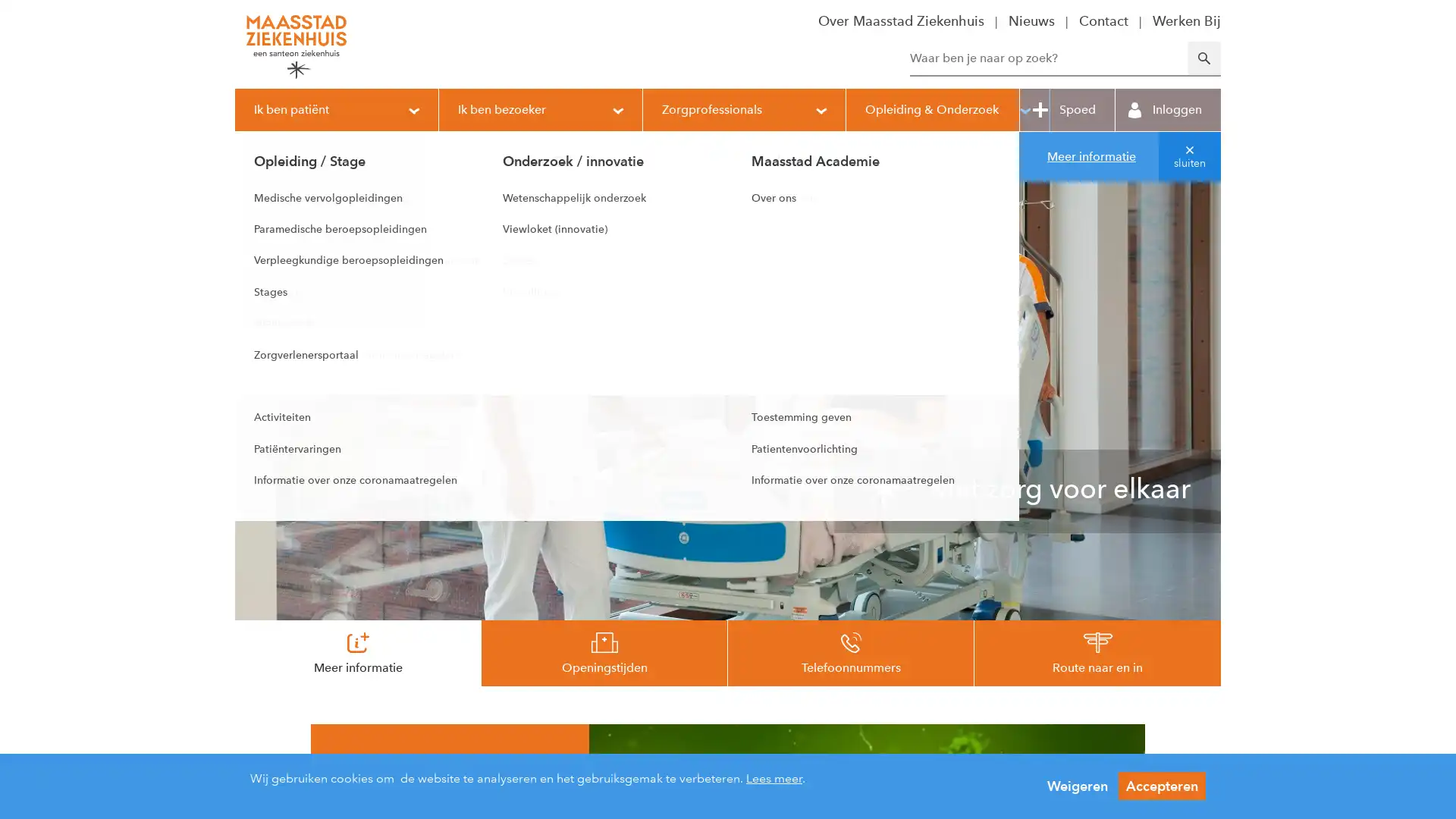 The image size is (1456, 819). Describe the element at coordinates (335, 109) in the screenshot. I see `Ik ben patient` at that location.